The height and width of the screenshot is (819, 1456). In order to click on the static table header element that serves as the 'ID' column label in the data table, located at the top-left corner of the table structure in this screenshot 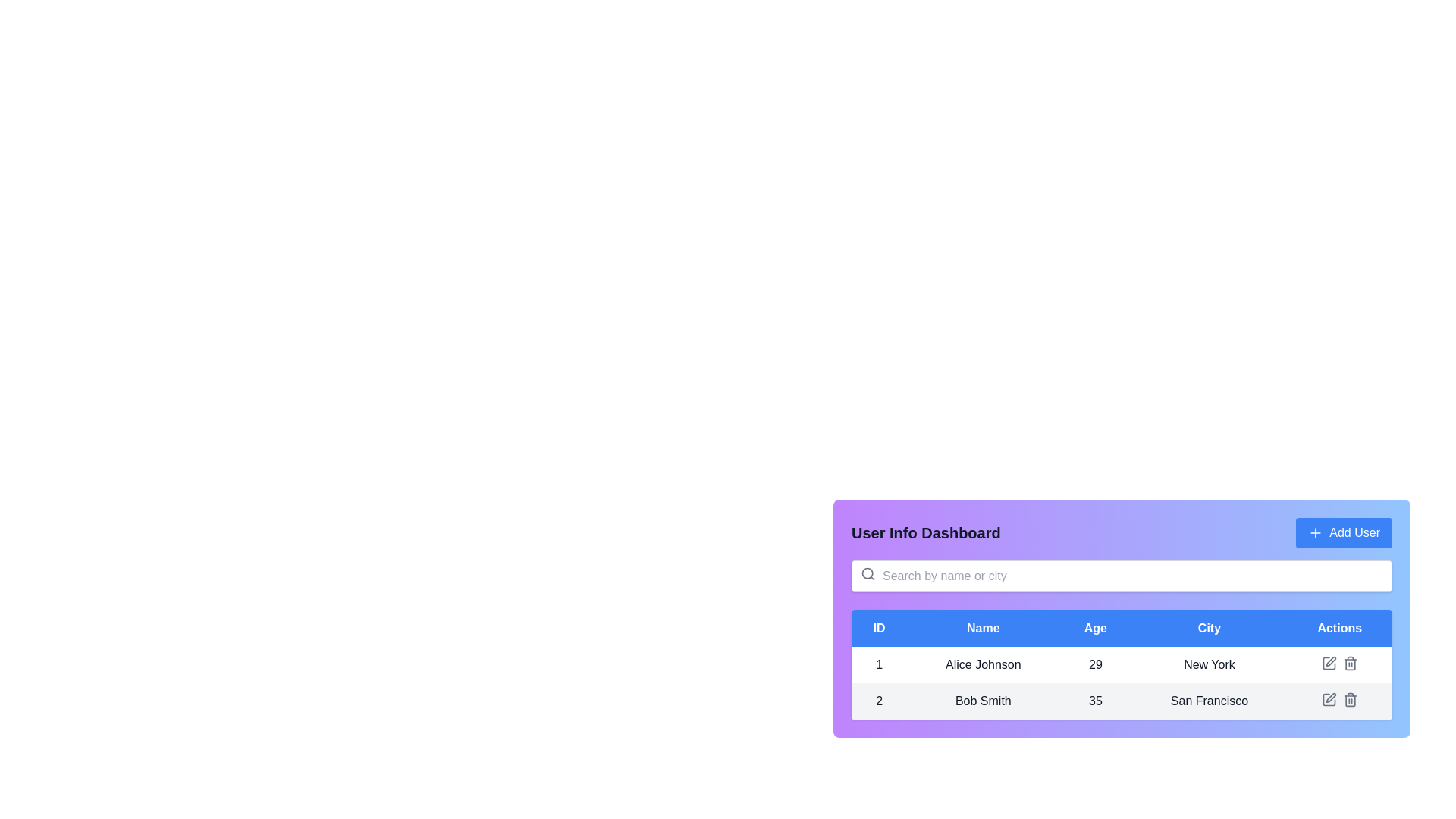, I will do `click(879, 629)`.